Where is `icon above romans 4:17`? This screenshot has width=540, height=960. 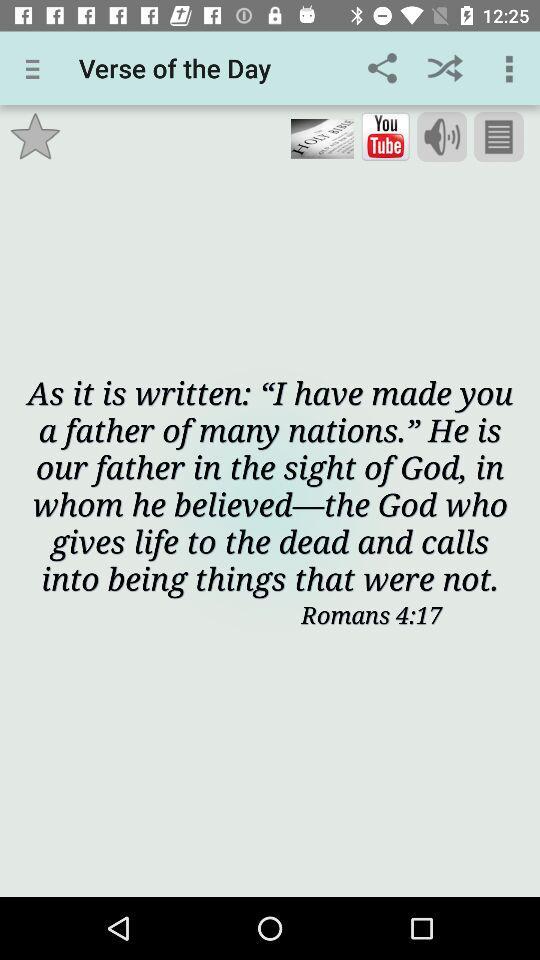 icon above romans 4:17 is located at coordinates (270, 484).